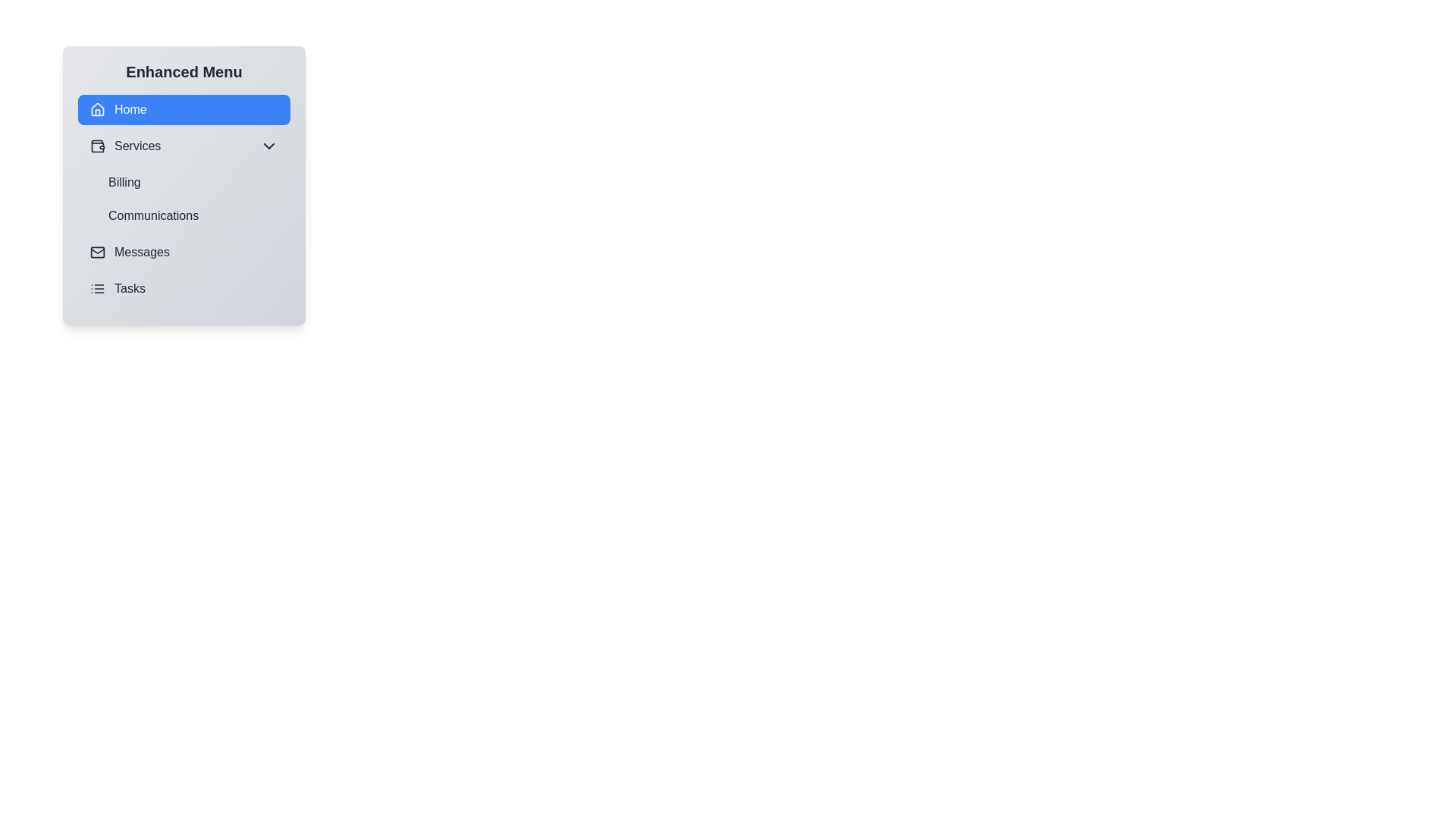 The width and height of the screenshot is (1456, 819). What do you see at coordinates (97, 289) in the screenshot?
I see `the 'Tasks' icon in the lower part of the sidebar menu, which serves as a navigation aid to the 'Tasks' section` at bounding box center [97, 289].